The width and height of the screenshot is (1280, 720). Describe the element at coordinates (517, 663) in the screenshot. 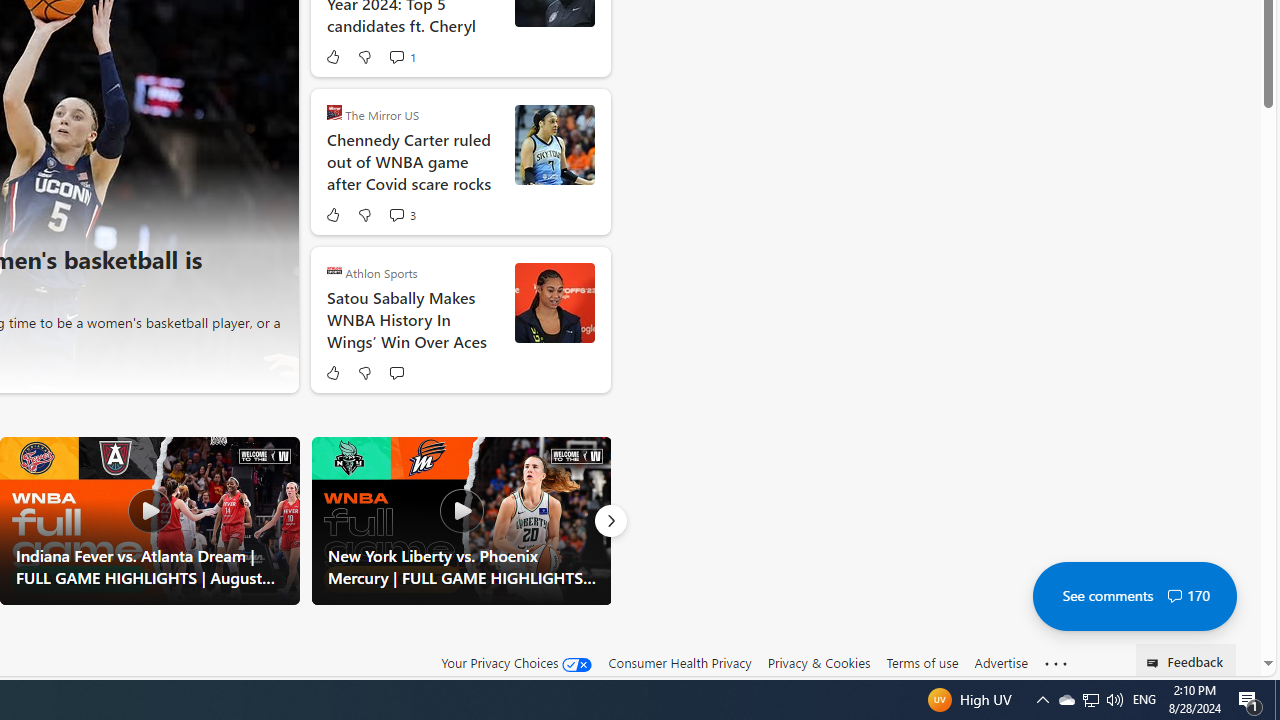

I see `'Your Privacy Choices'` at that location.